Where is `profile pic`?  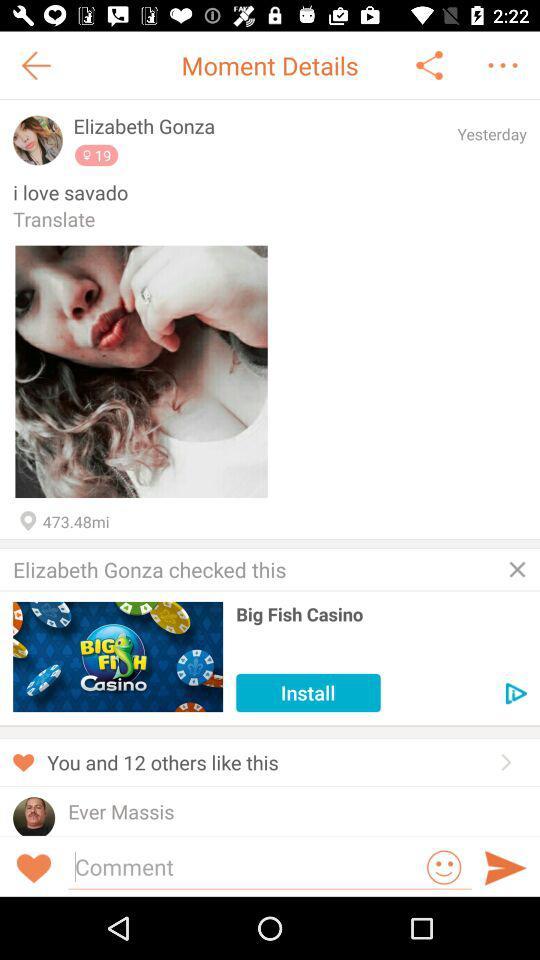
profile pic is located at coordinates (38, 139).